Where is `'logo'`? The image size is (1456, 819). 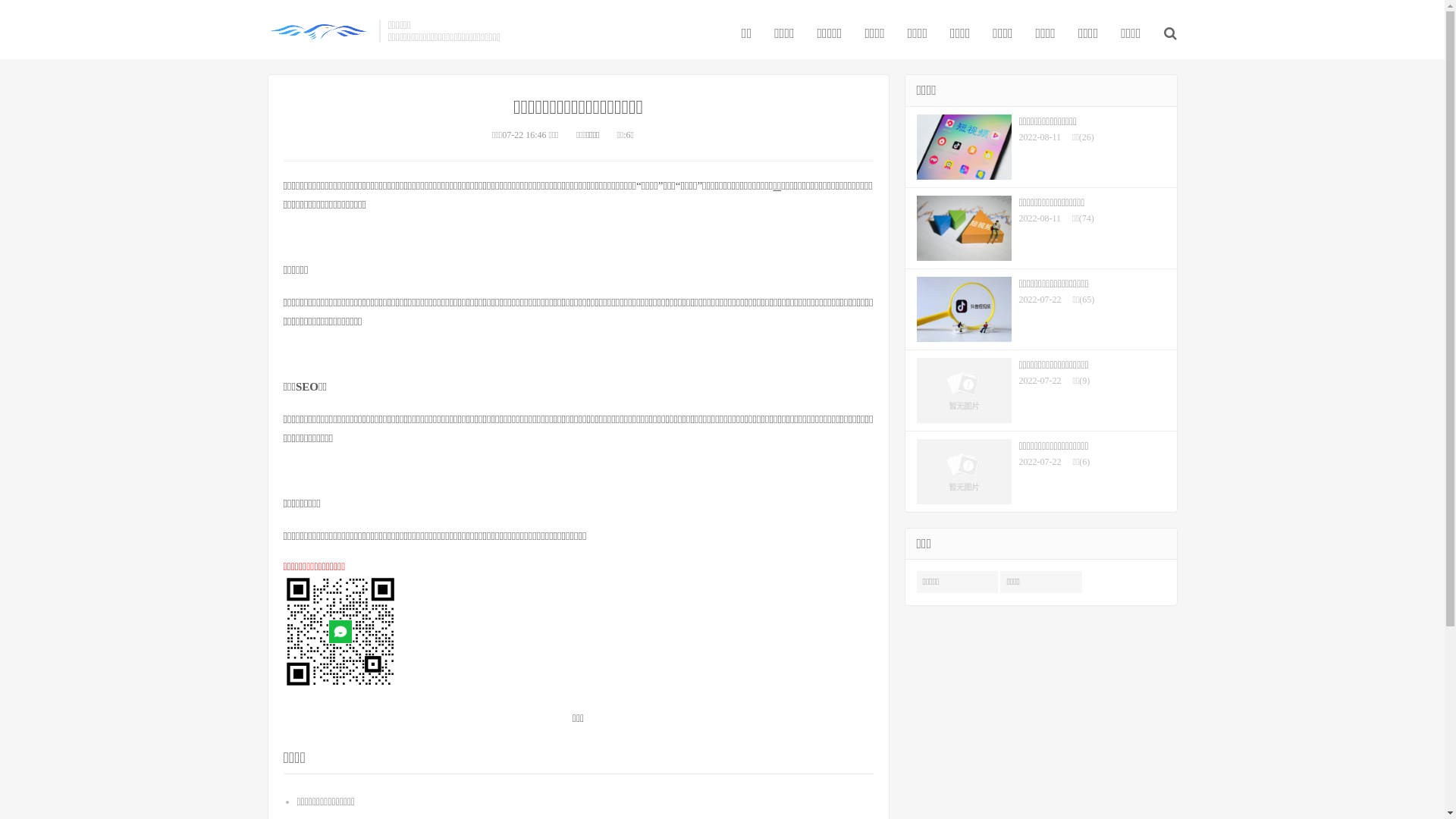 'logo' is located at coordinates (266, 31).